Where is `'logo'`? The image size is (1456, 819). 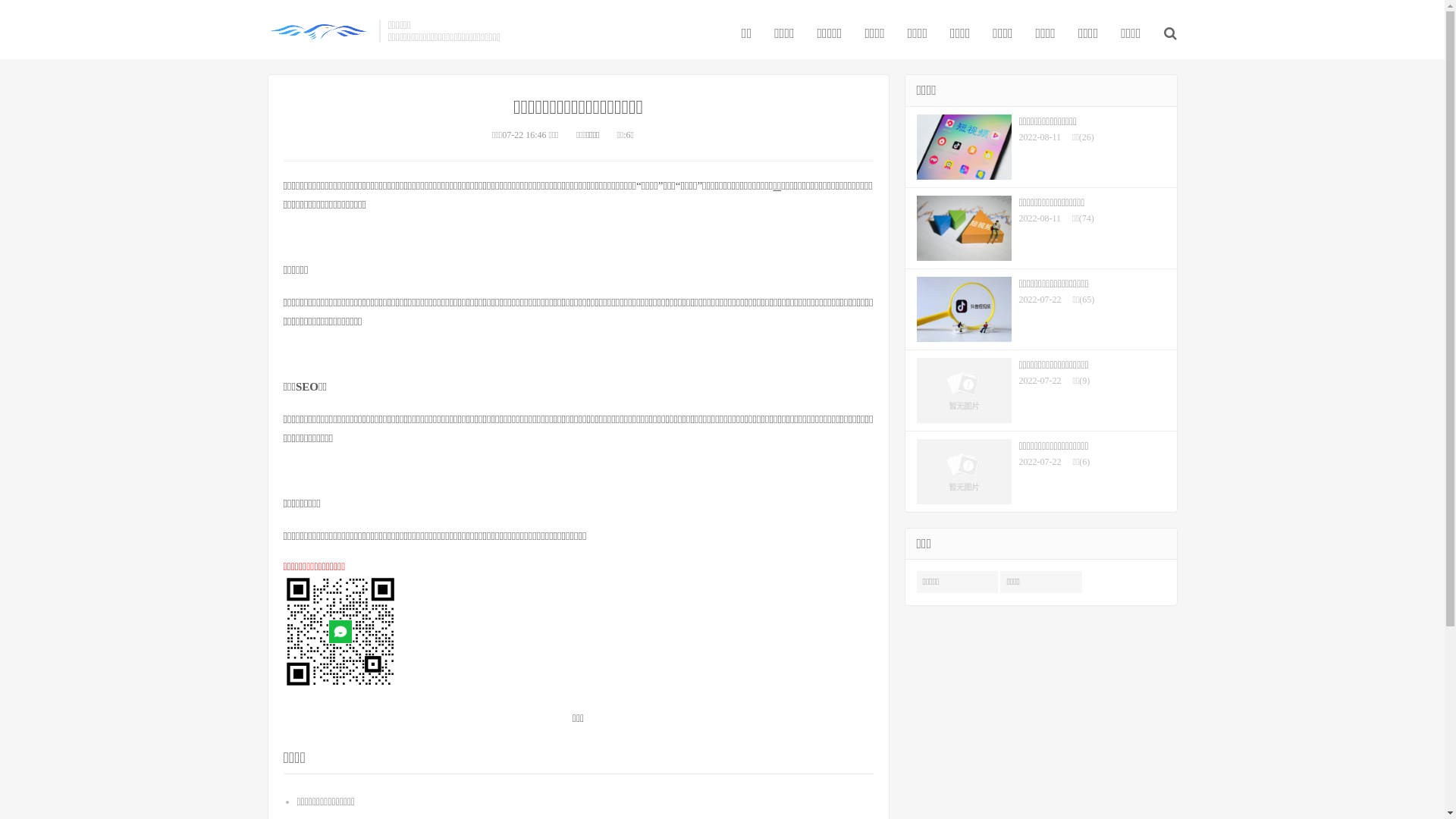 'logo' is located at coordinates (266, 31).